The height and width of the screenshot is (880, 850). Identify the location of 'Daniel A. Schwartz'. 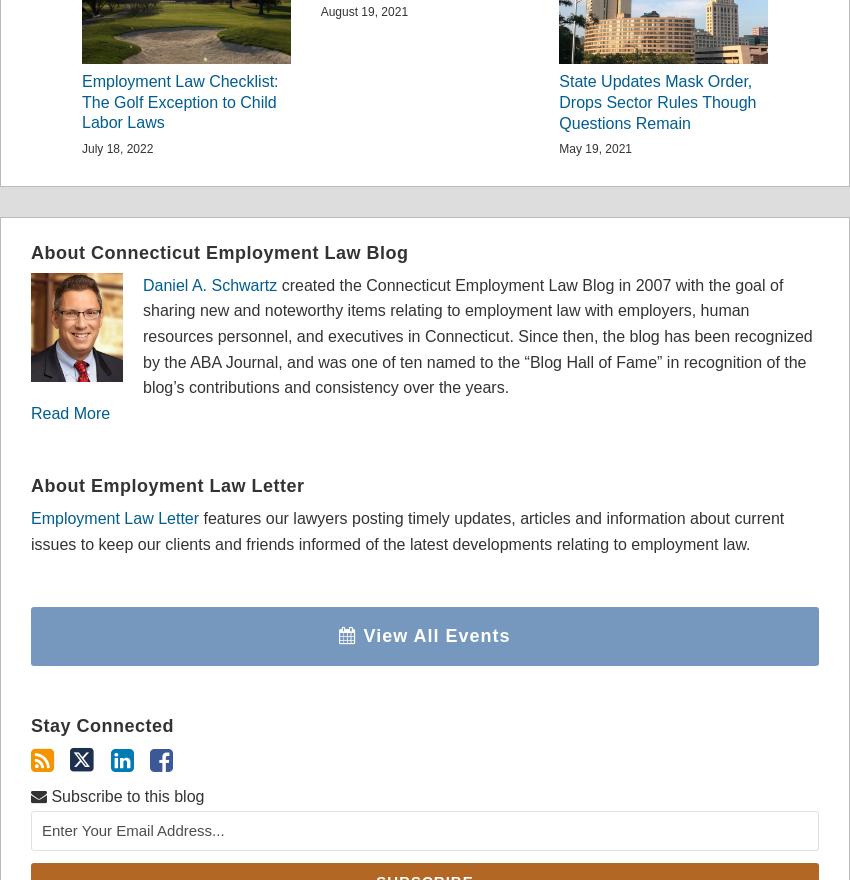
(209, 284).